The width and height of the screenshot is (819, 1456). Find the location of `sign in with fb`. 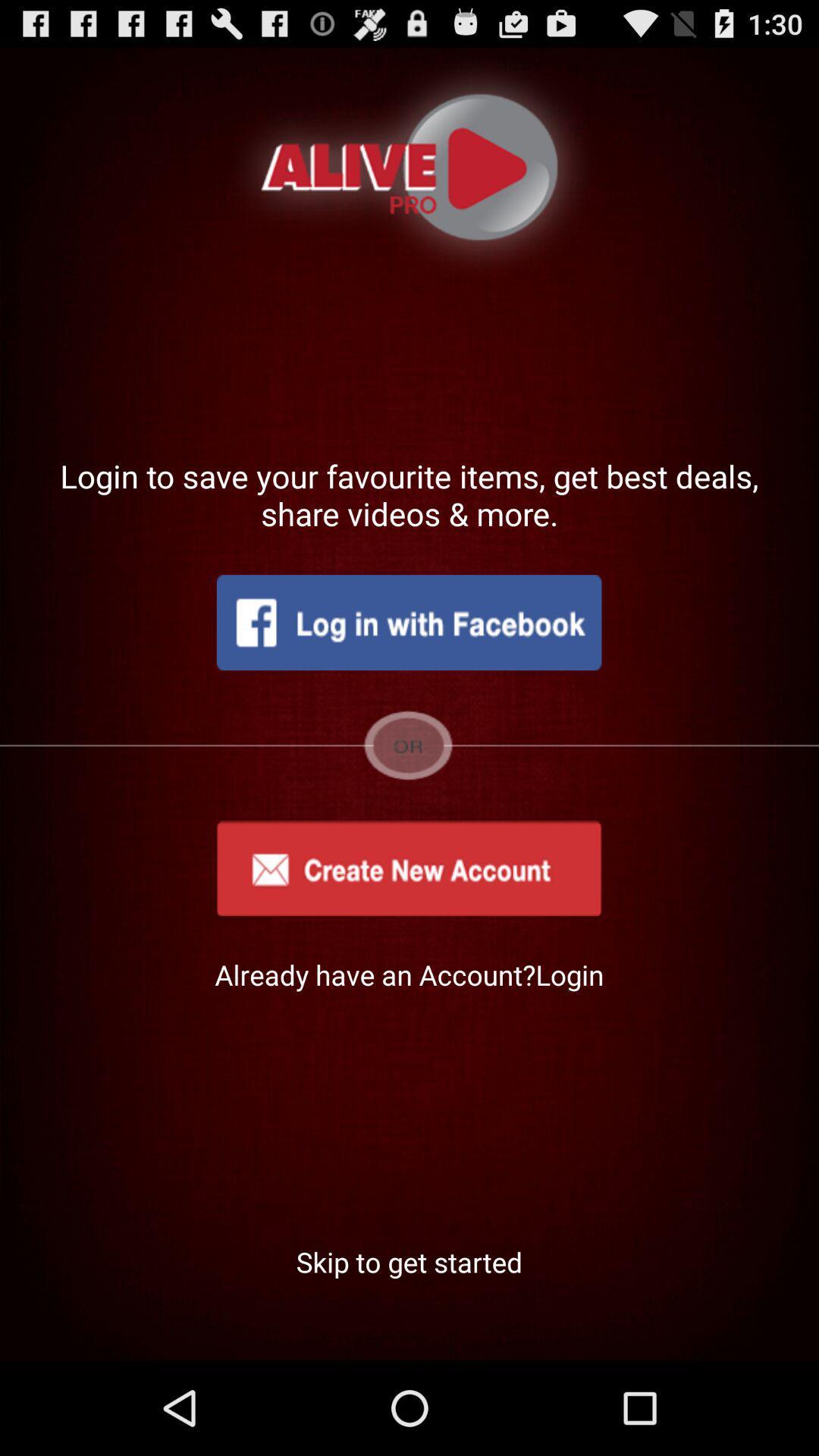

sign in with fb is located at coordinates (408, 623).